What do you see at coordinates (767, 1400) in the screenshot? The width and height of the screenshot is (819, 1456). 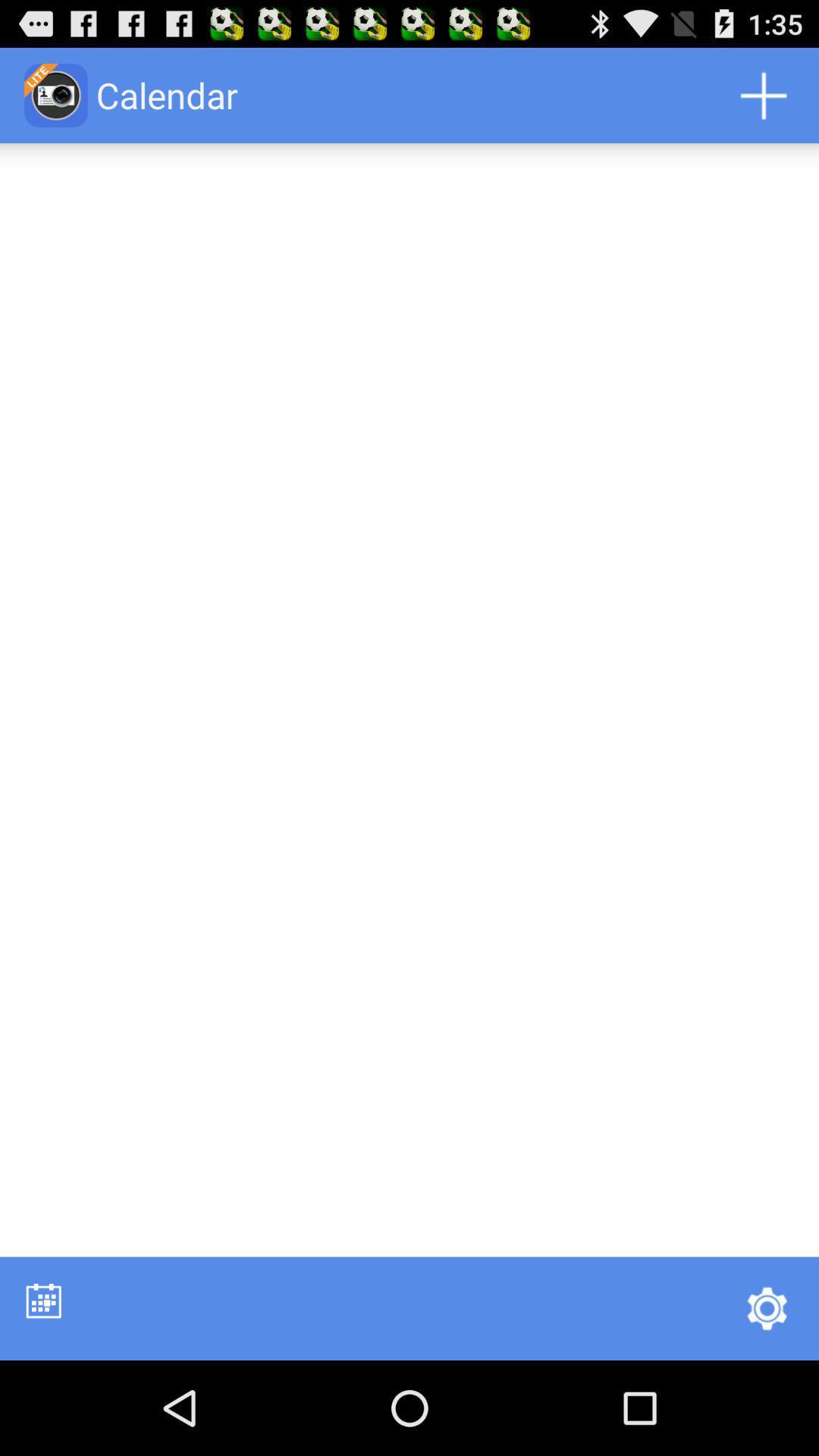 I see `the settings icon` at bounding box center [767, 1400].